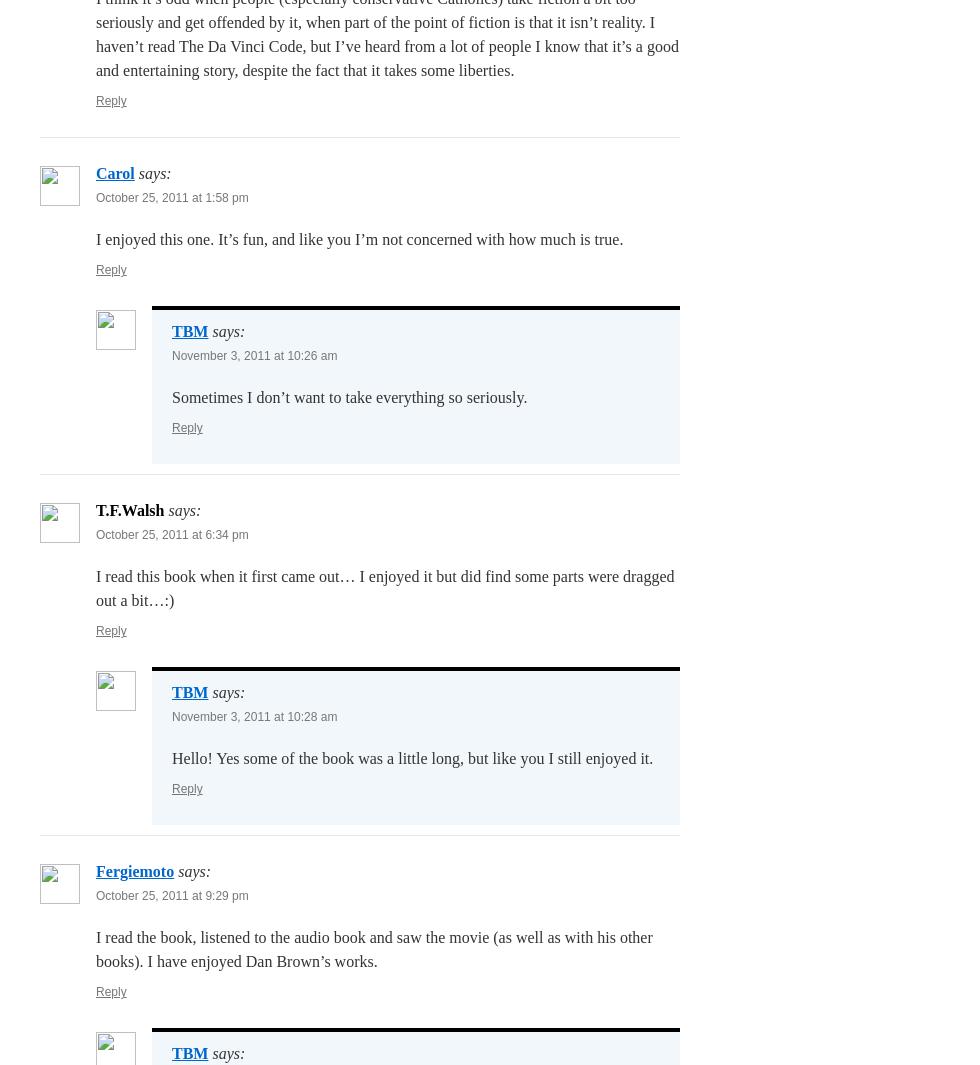  I want to click on 'October 25, 2011 at 1:58 pm', so click(96, 196).